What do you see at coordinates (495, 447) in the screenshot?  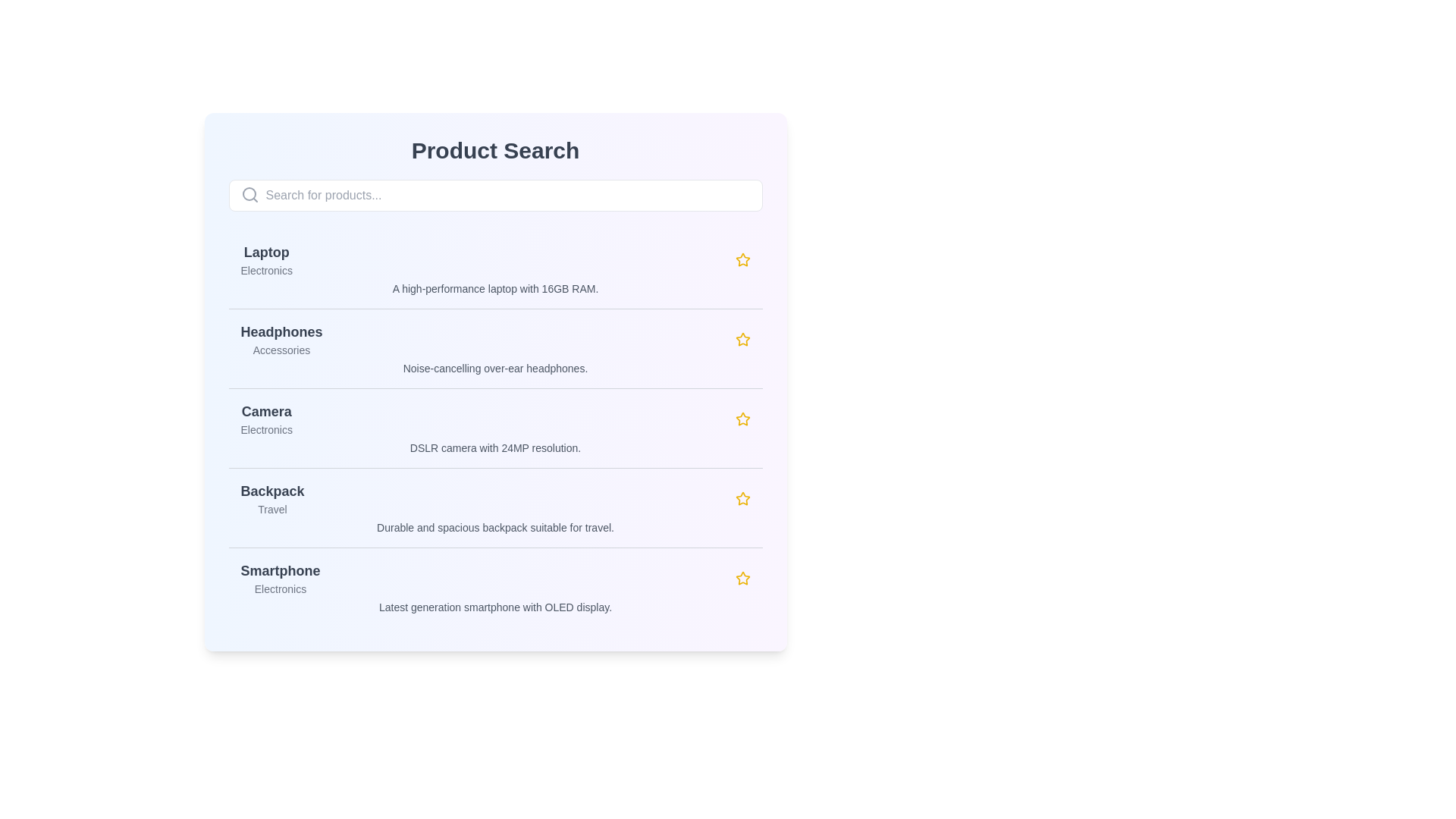 I see `the small text block displaying 'DSLR camera with 24MP resolution.' located under the 'Camera' title in the third section of a vertical list` at bounding box center [495, 447].